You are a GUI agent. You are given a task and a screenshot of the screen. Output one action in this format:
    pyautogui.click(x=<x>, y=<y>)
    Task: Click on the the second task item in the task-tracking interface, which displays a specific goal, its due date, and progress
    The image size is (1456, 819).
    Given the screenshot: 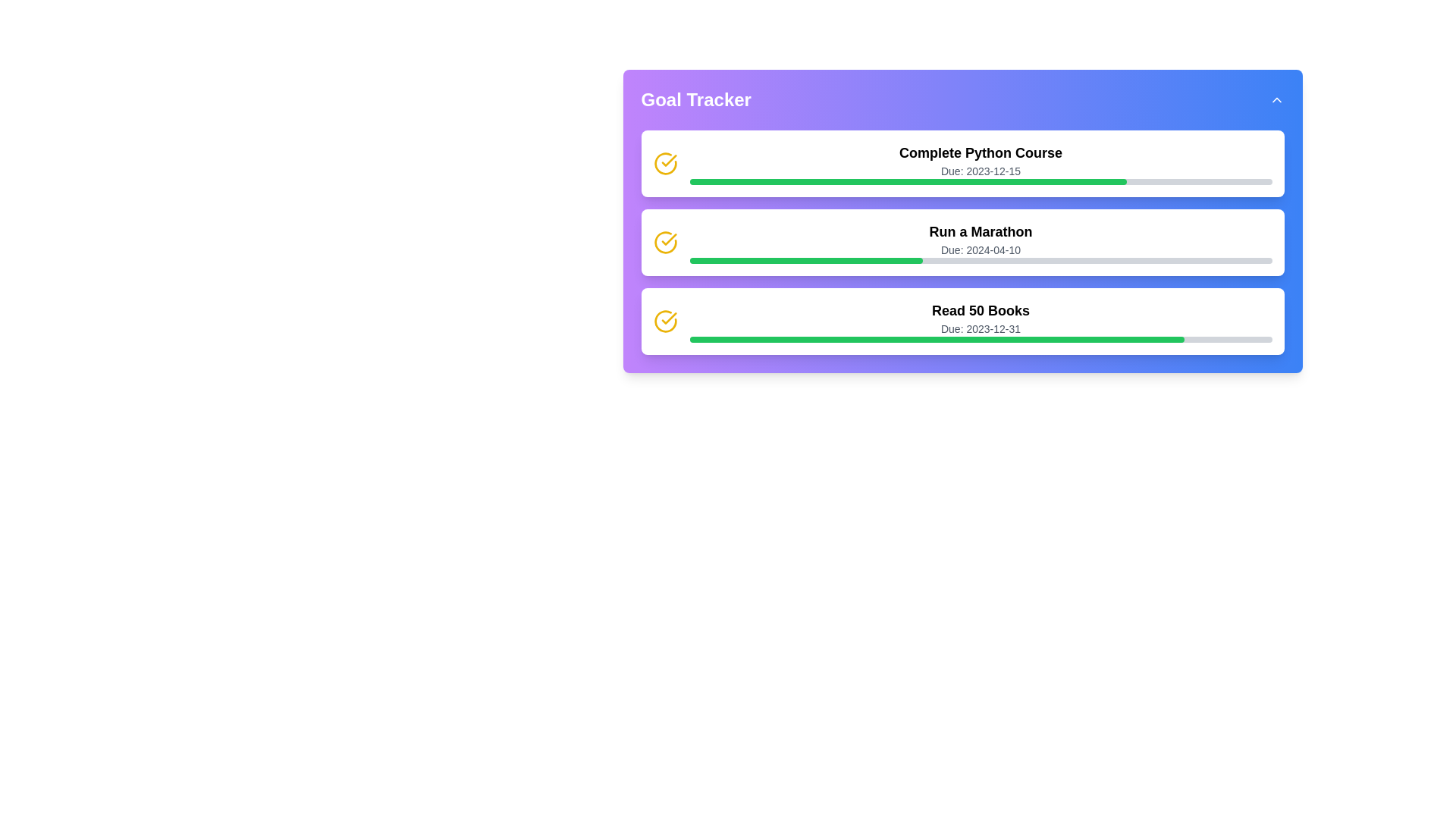 What is the action you would take?
    pyautogui.click(x=962, y=221)
    